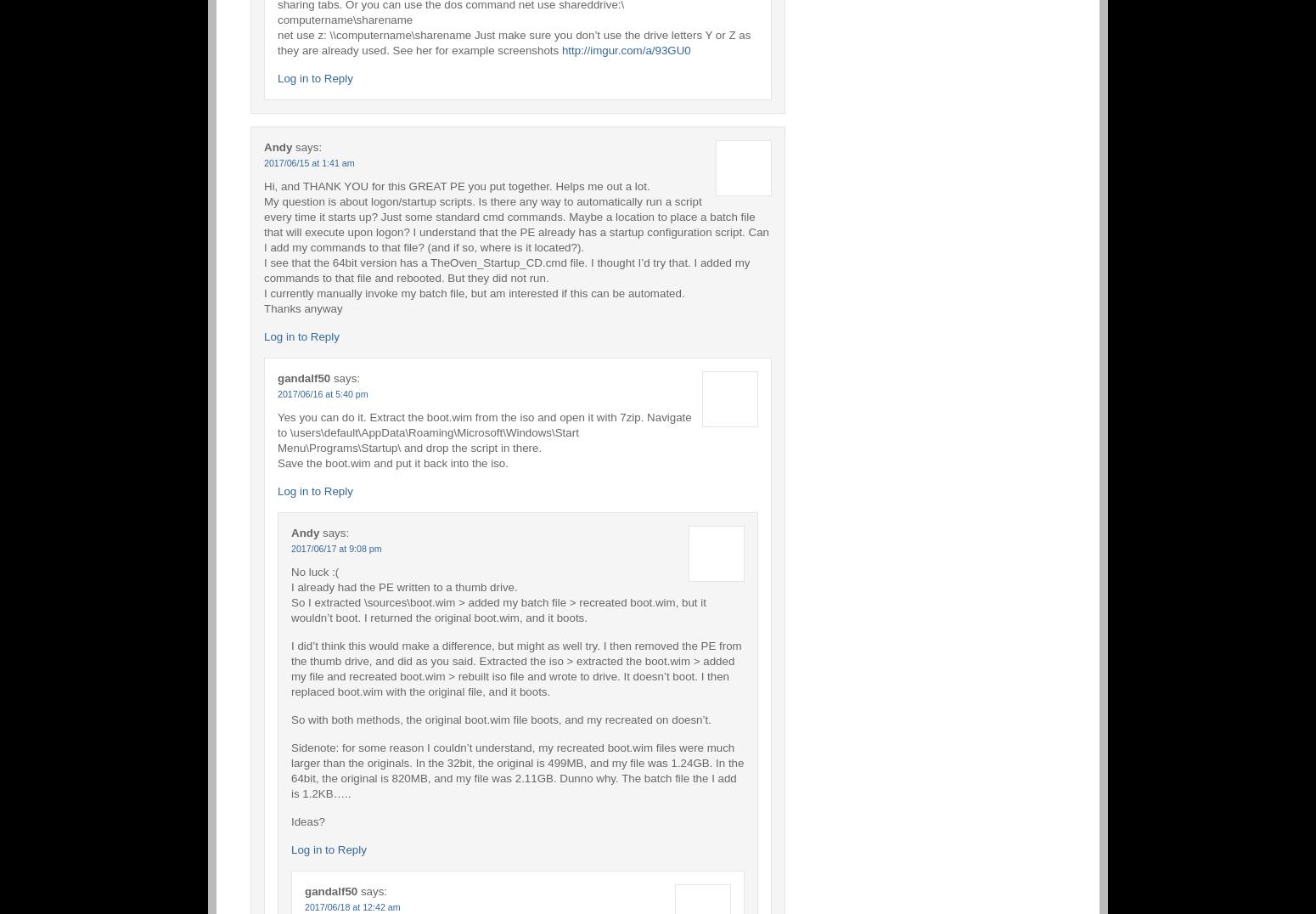  I want to click on 'I did’t think this would make a difference, but might as well try. I then removed the PE from the thumb drive, and did as you said. Extracted the iso > extracted the boot.wim > added my file and recreated boot.wim > rebuilt iso file and wrote to drive. It doesn’t boot. I then replaced boot.wim with the original file, and it boots.', so click(516, 668).